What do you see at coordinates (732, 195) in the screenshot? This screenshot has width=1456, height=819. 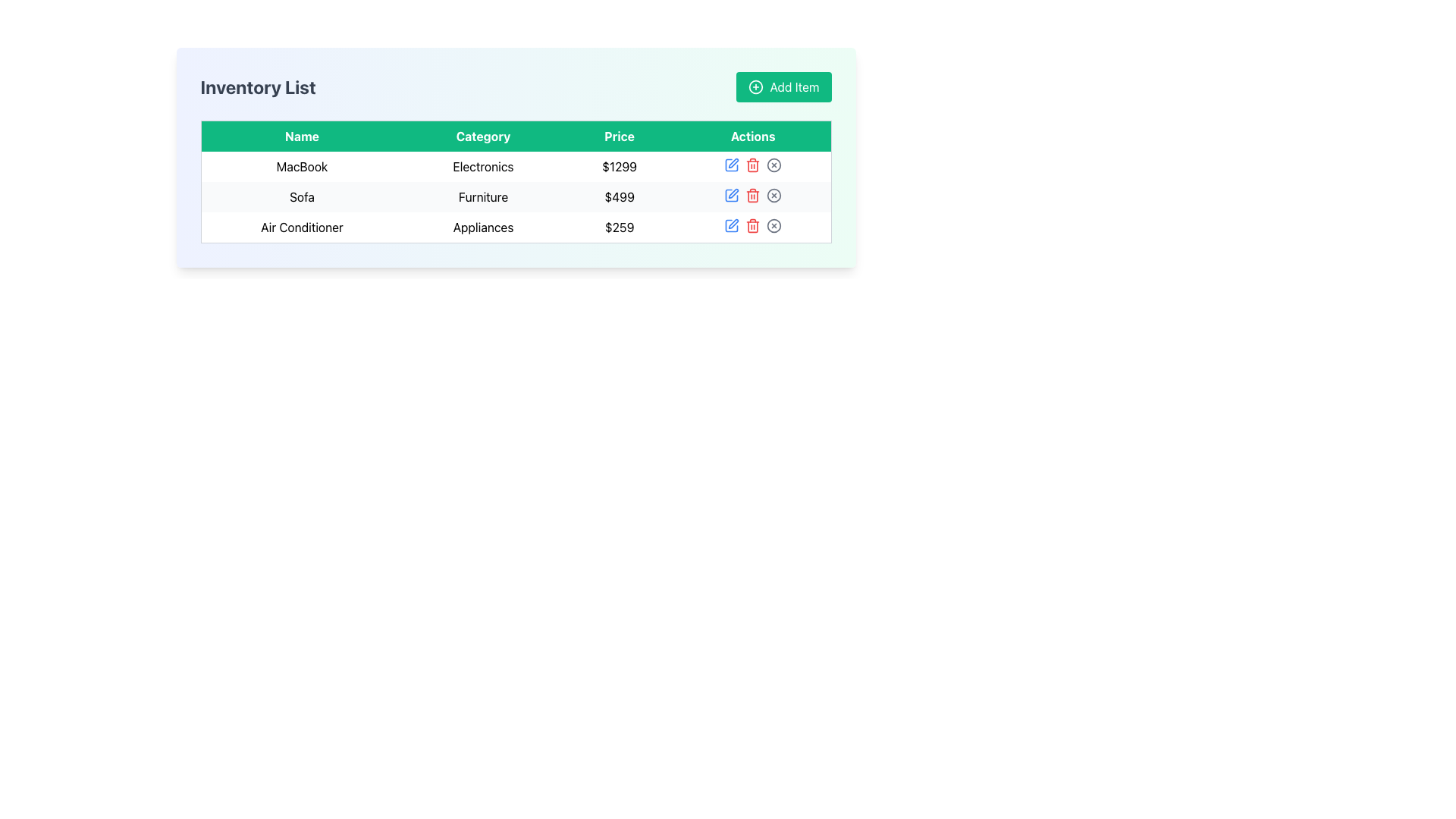 I see `the blue edit icon resembling a pen in the Actions column for the item 'Sofa'` at bounding box center [732, 195].